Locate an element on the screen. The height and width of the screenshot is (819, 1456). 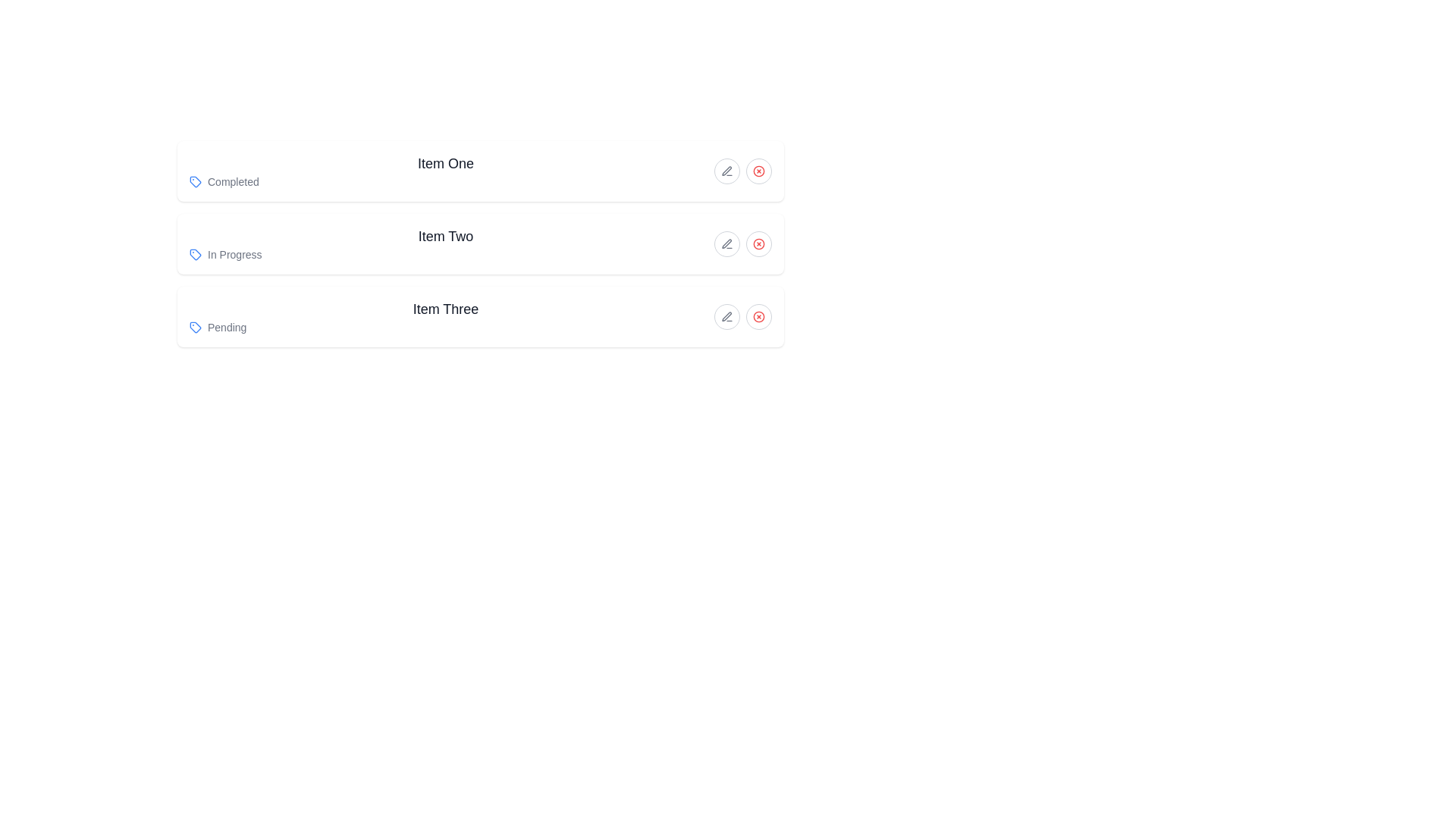
the tag-shaped icon with a blue stroke located to the left of the labels 'Completed', 'In Progress', or 'Pending' for items labeled as 'Item One', 'Item Two', and 'Item Three' is located at coordinates (195, 253).